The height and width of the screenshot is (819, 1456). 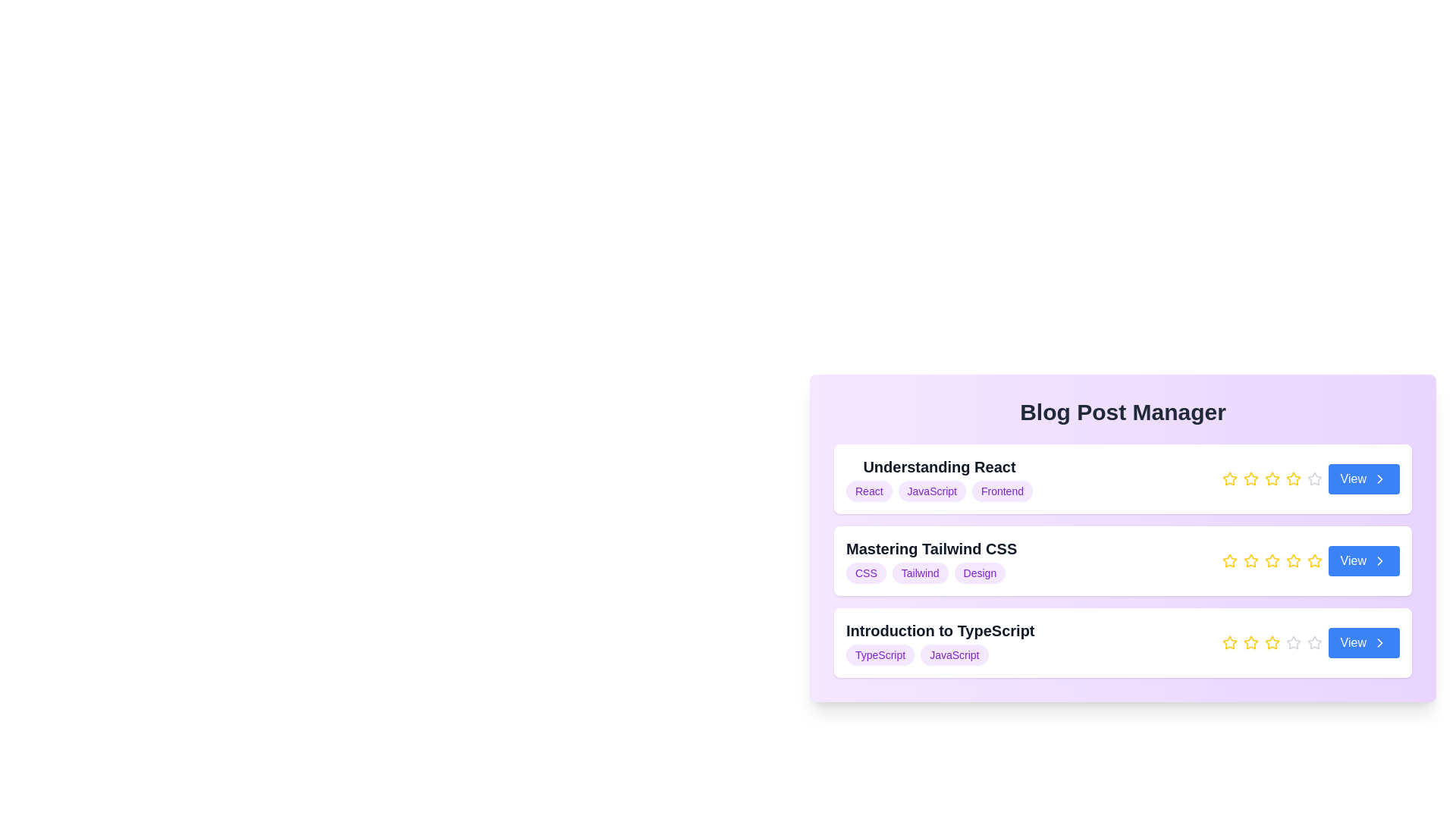 What do you see at coordinates (1272, 561) in the screenshot?
I see `the fourth star icon` at bounding box center [1272, 561].